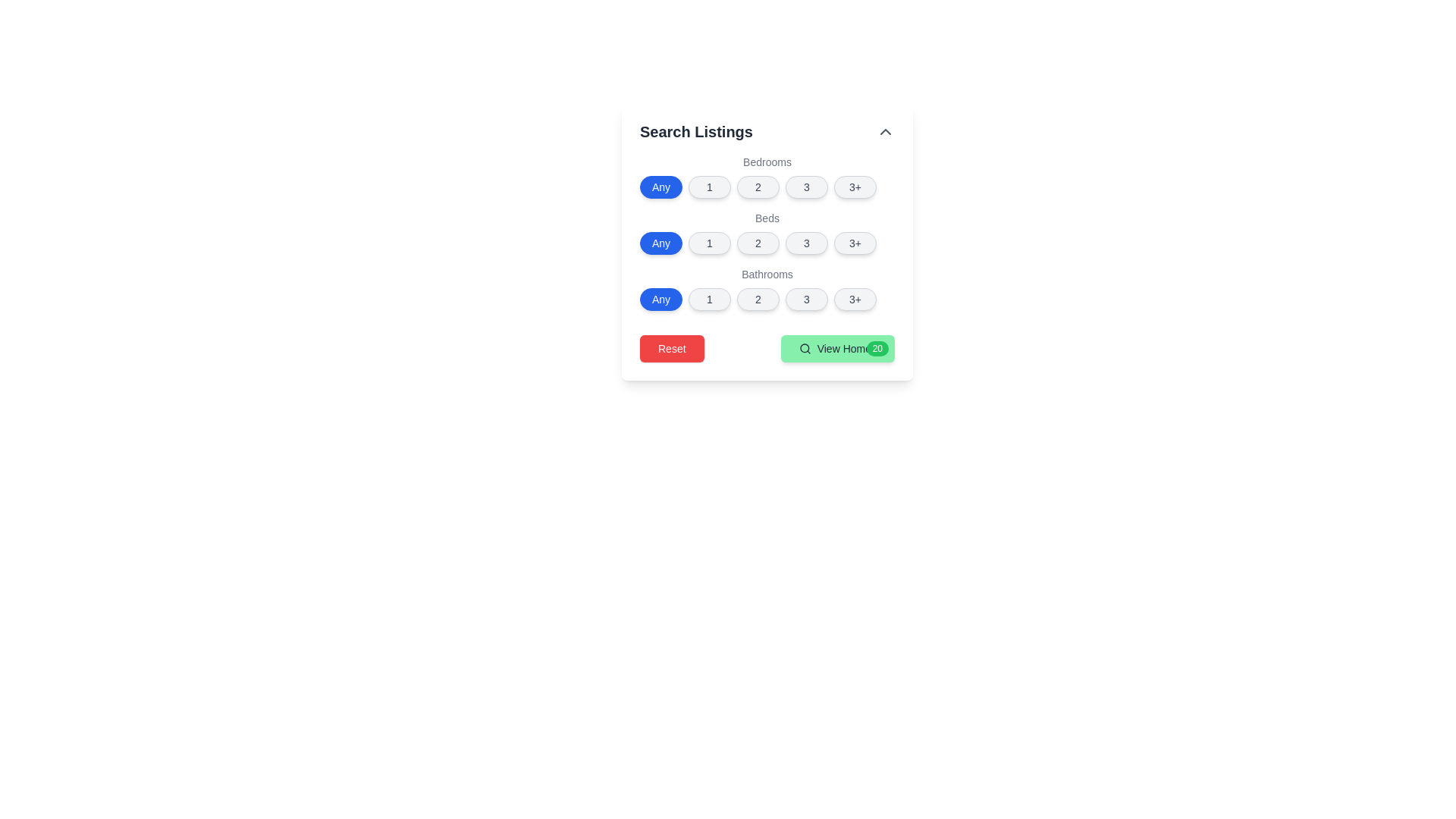  Describe the element at coordinates (855, 242) in the screenshot. I see `the button labeled '3+' which has a rounded rectangle shape, light gray background, and dark gray text, located in the Beds section of the interface` at that location.